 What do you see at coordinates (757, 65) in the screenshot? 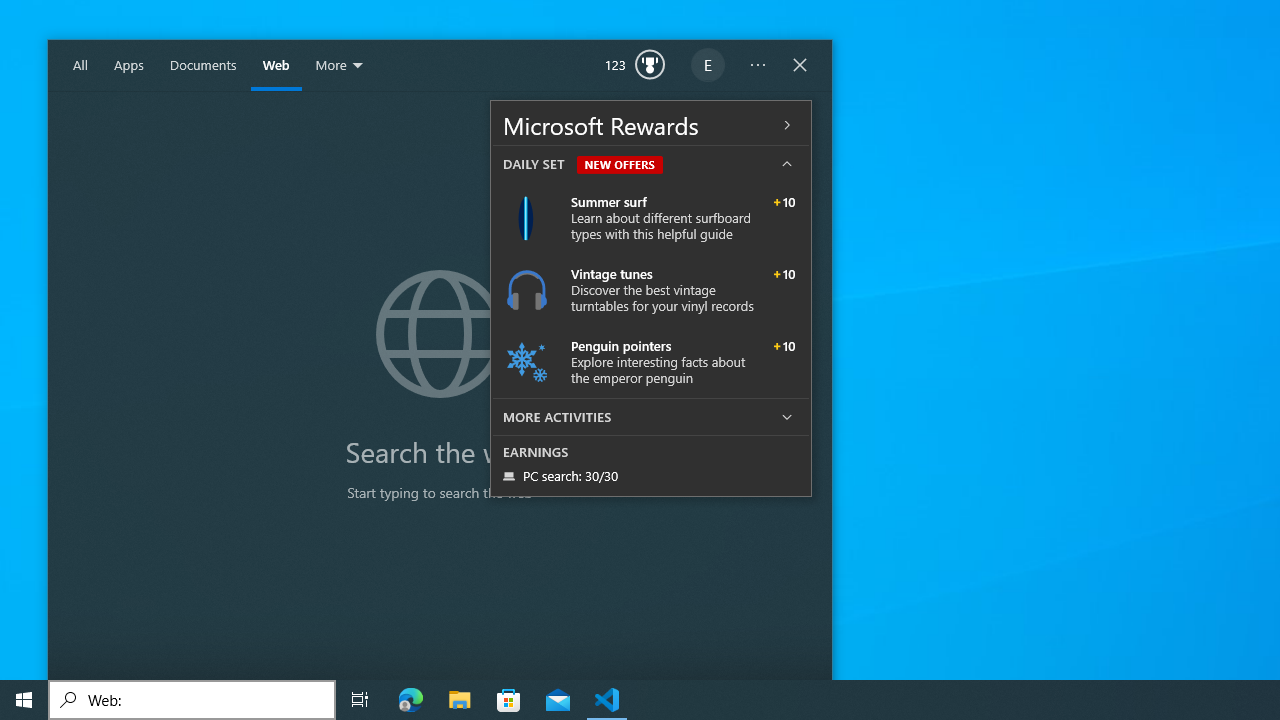
I see `'Options'` at bounding box center [757, 65].